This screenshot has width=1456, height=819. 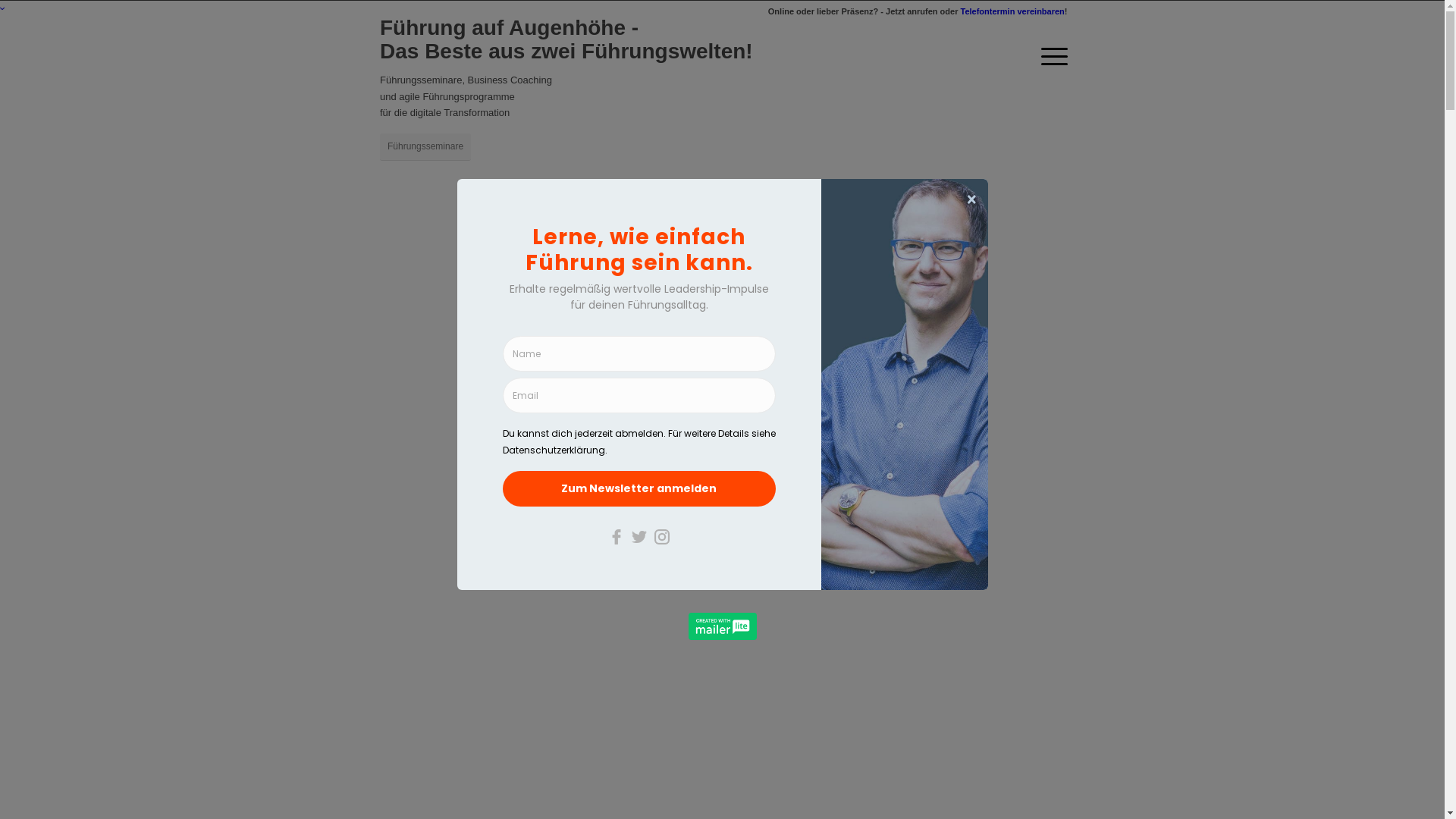 What do you see at coordinates (959, 11) in the screenshot?
I see `'Telefontermin vereinbaren'` at bounding box center [959, 11].